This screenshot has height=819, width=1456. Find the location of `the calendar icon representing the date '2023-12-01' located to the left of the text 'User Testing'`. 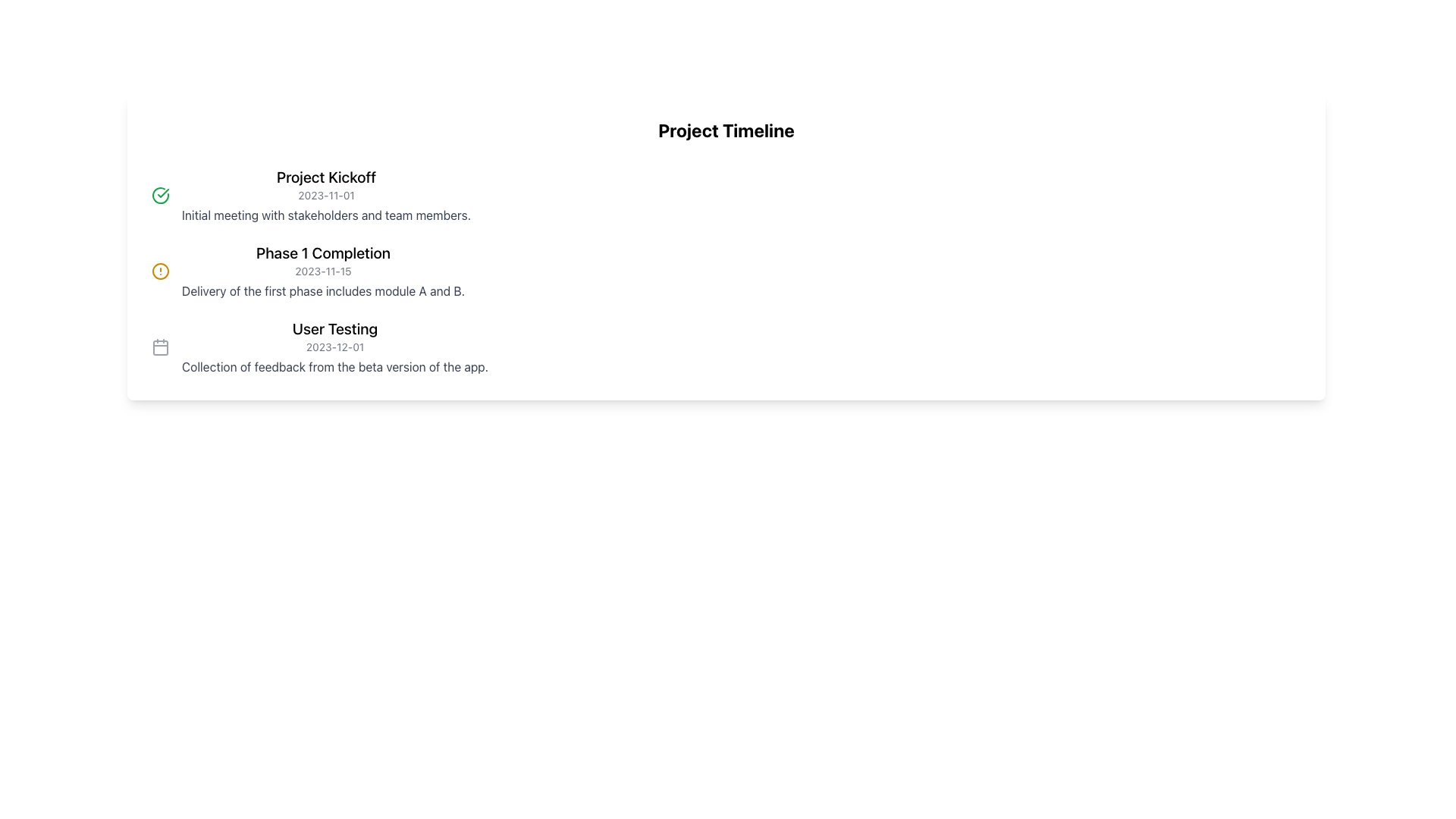

the calendar icon representing the date '2023-12-01' located to the left of the text 'User Testing' is located at coordinates (160, 347).